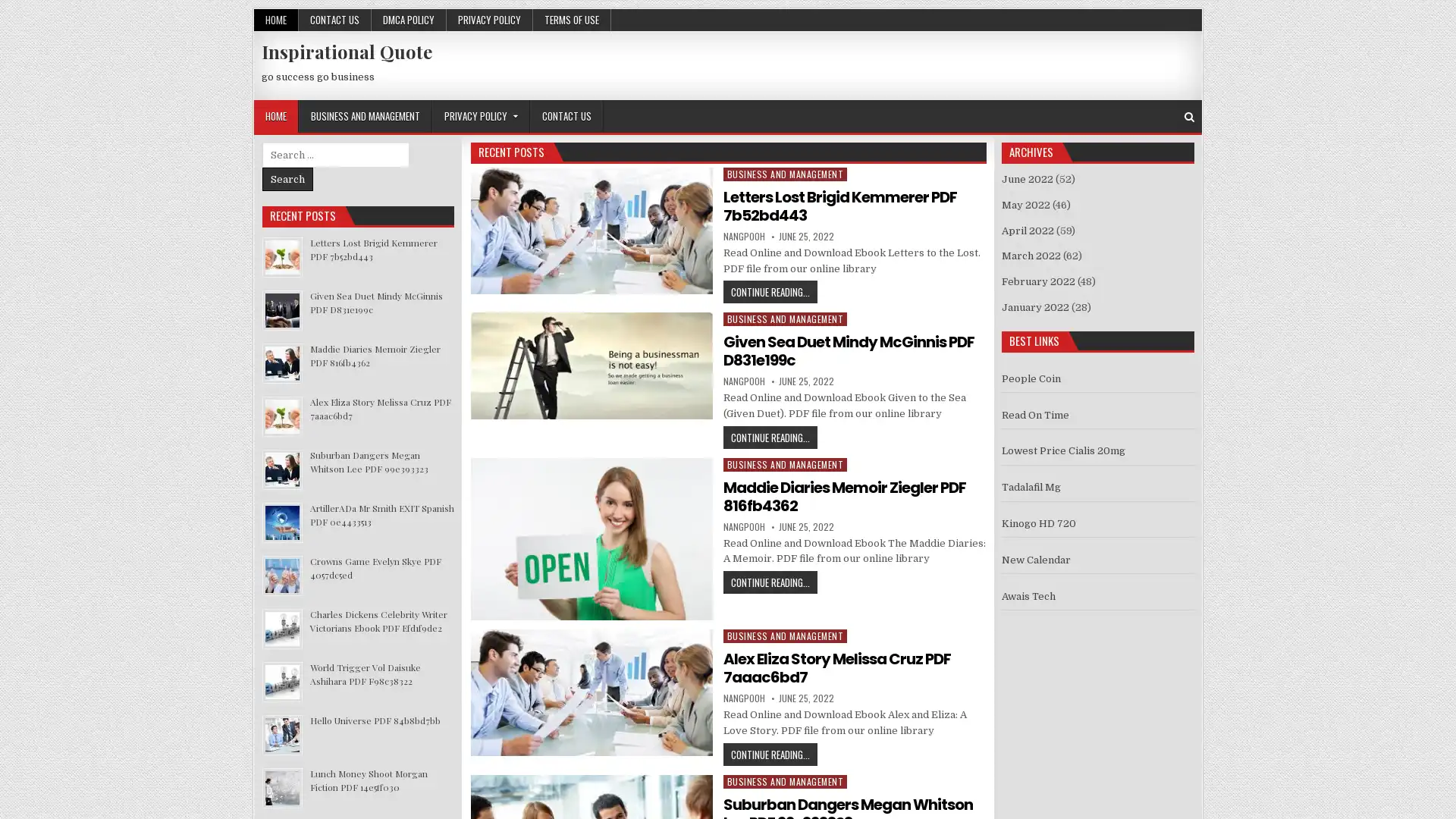 The image size is (1456, 819). I want to click on Search, so click(287, 178).